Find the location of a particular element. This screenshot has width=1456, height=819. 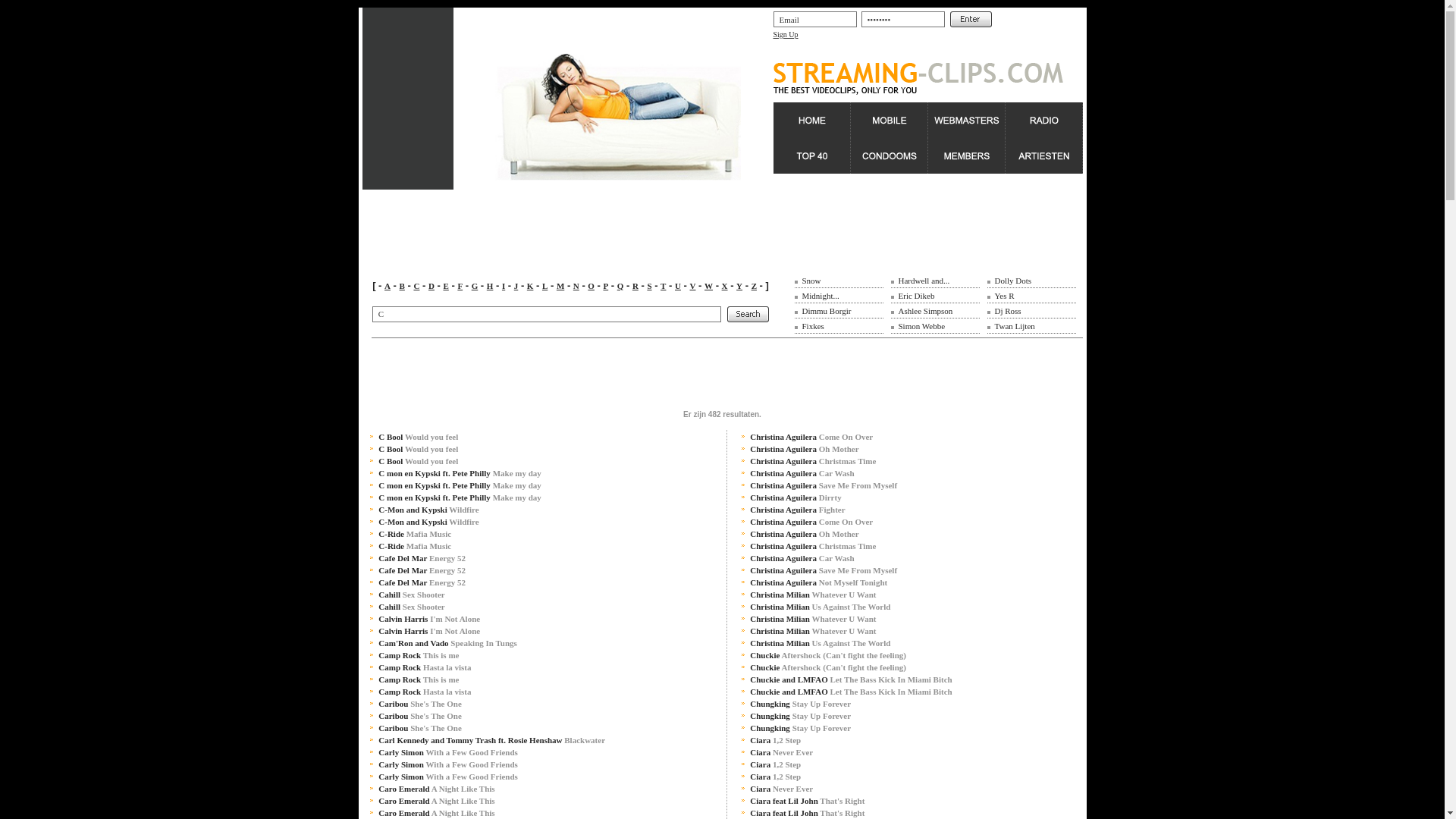

'C mon en Kypski ft. Pete Philly Make my day' is located at coordinates (378, 472).